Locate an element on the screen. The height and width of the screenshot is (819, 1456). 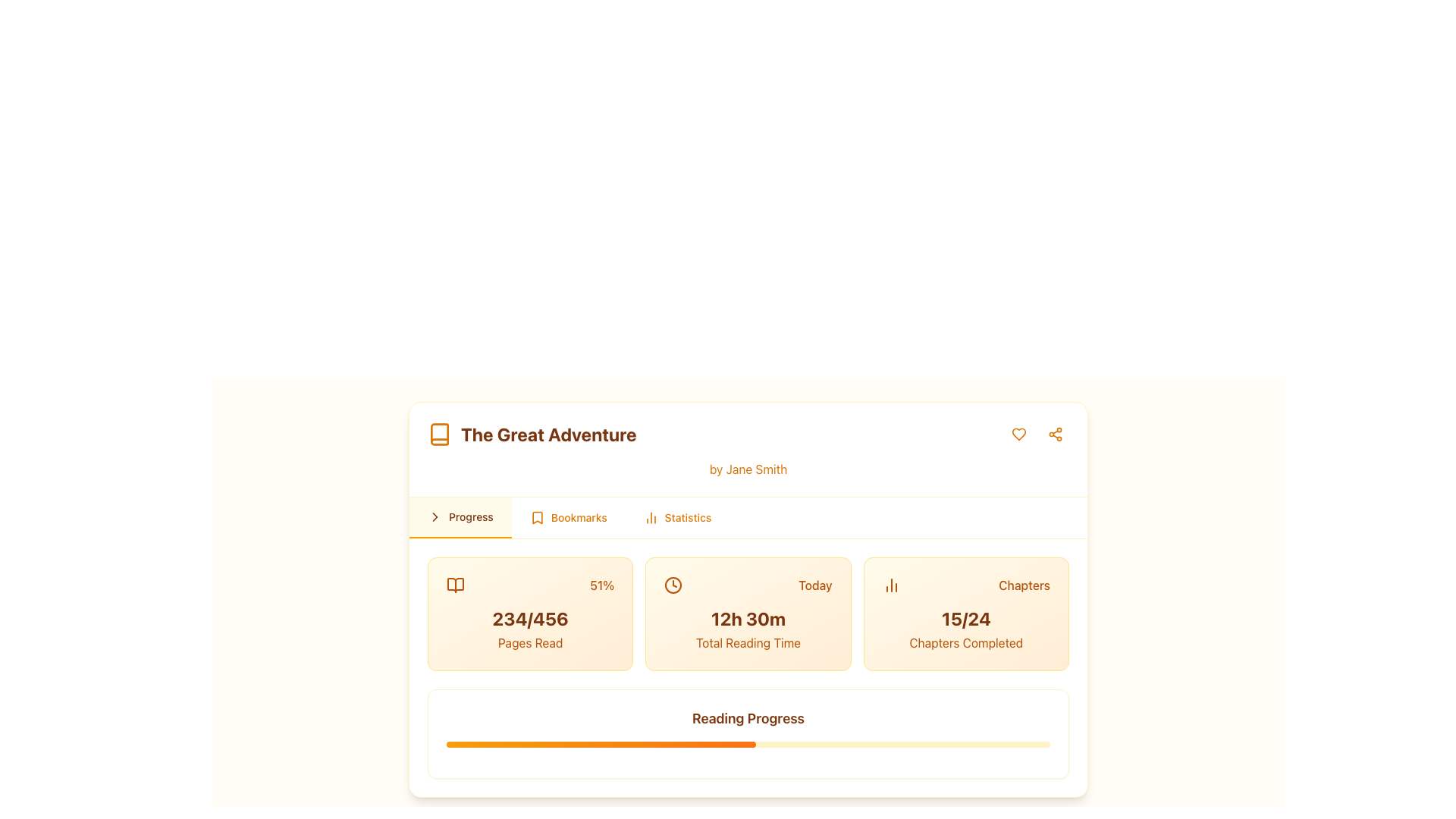
the reading progress icon located in the top-left corner of the box under 'Progress', adjacent to the '51%' text is located at coordinates (454, 584).